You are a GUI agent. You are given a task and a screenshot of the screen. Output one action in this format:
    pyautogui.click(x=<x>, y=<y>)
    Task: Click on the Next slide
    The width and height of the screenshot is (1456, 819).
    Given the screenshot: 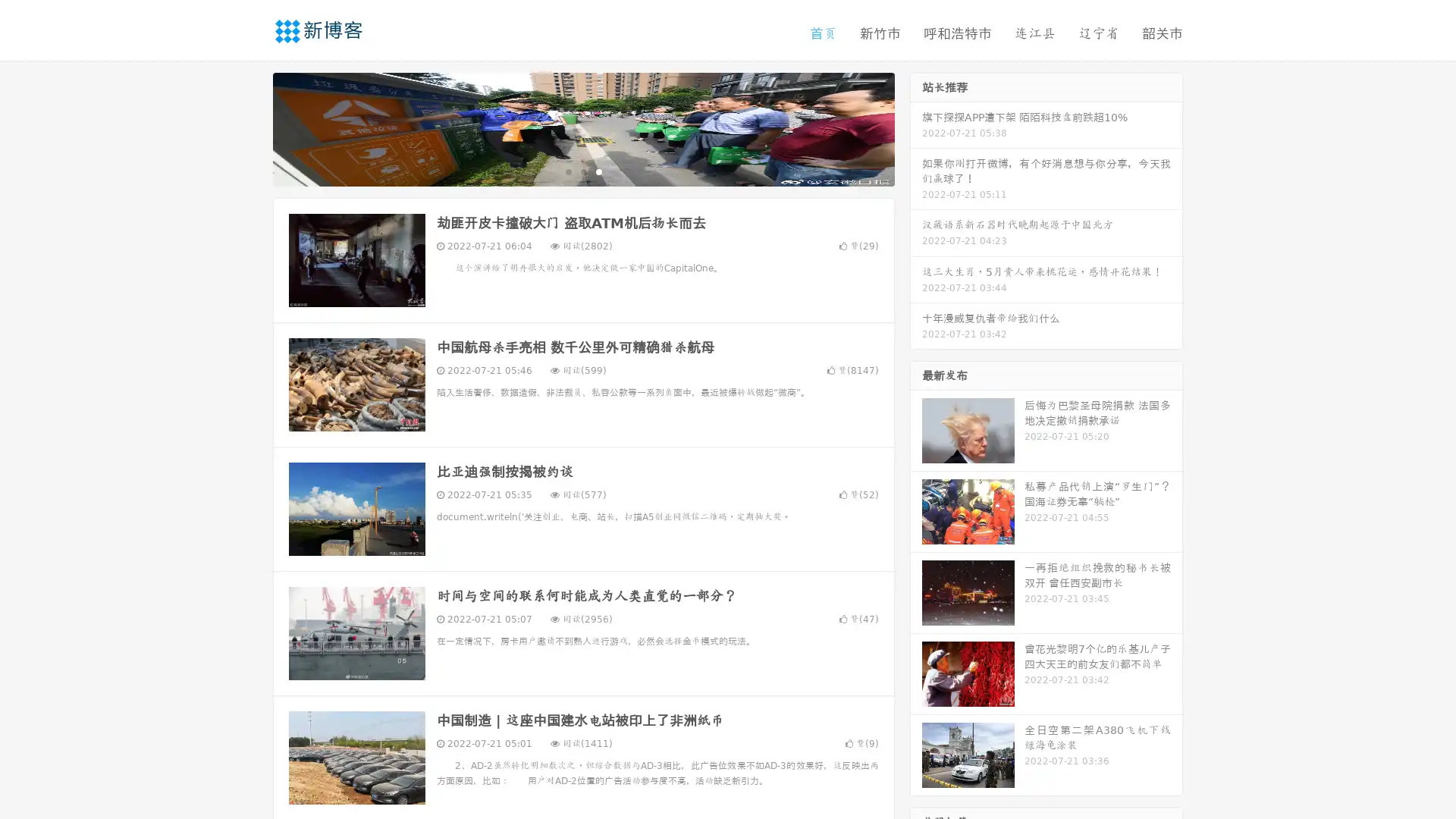 What is the action you would take?
    pyautogui.click(x=916, y=127)
    